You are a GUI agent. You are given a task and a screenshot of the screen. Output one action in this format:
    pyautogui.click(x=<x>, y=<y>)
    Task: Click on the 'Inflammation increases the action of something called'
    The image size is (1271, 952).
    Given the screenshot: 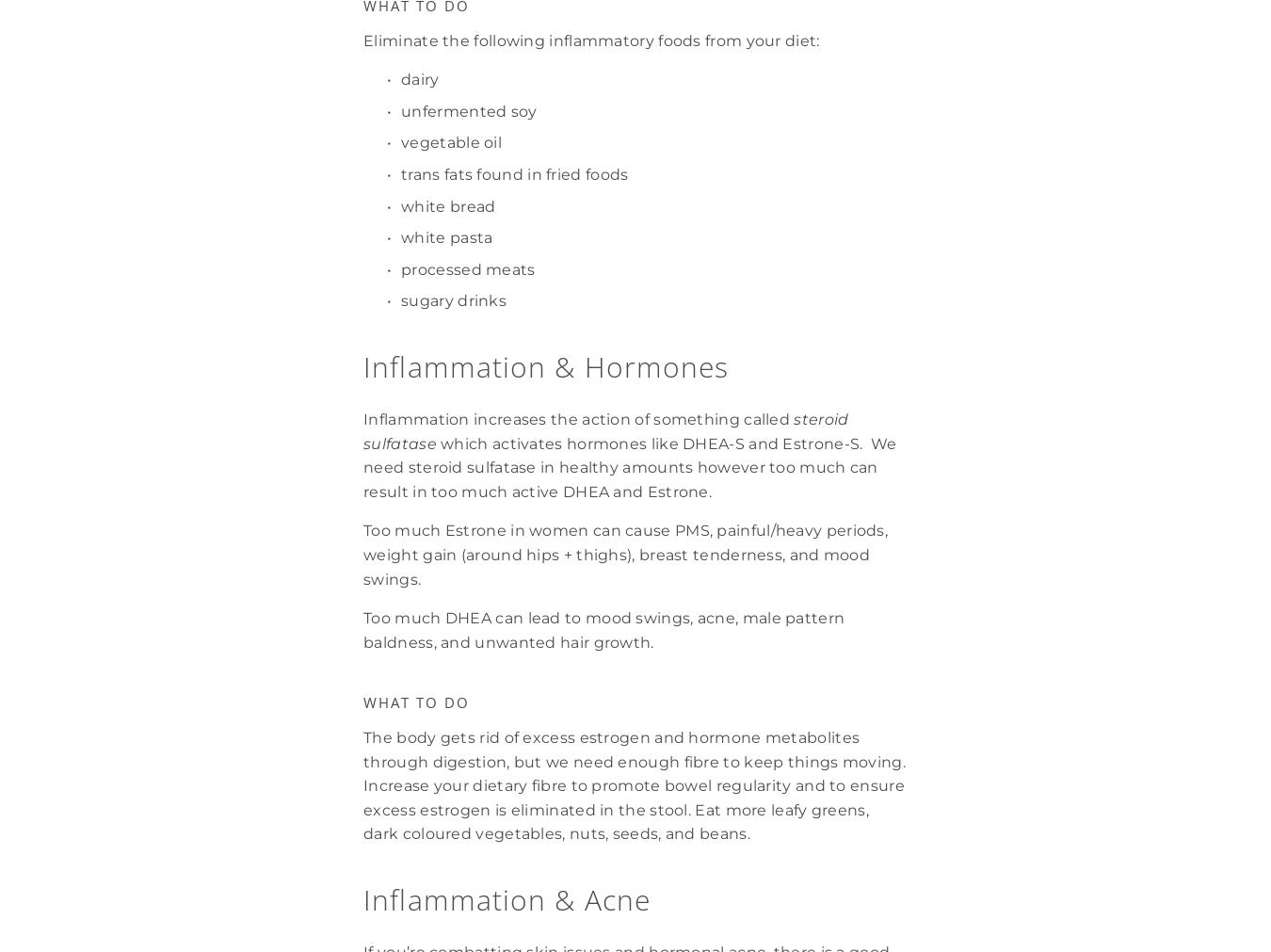 What is the action you would take?
    pyautogui.click(x=578, y=417)
    